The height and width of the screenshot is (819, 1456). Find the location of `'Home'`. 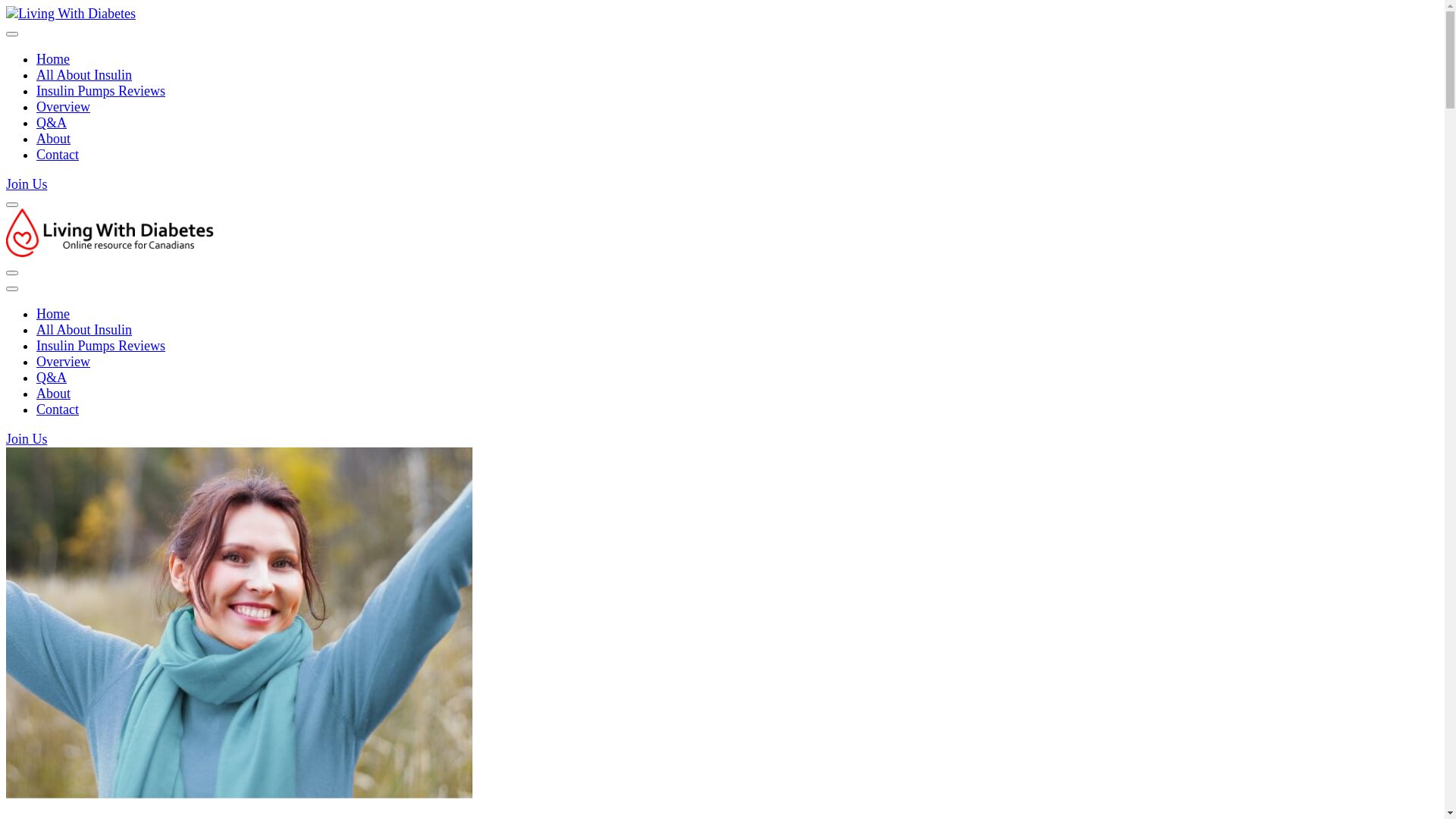

'Home' is located at coordinates (36, 58).